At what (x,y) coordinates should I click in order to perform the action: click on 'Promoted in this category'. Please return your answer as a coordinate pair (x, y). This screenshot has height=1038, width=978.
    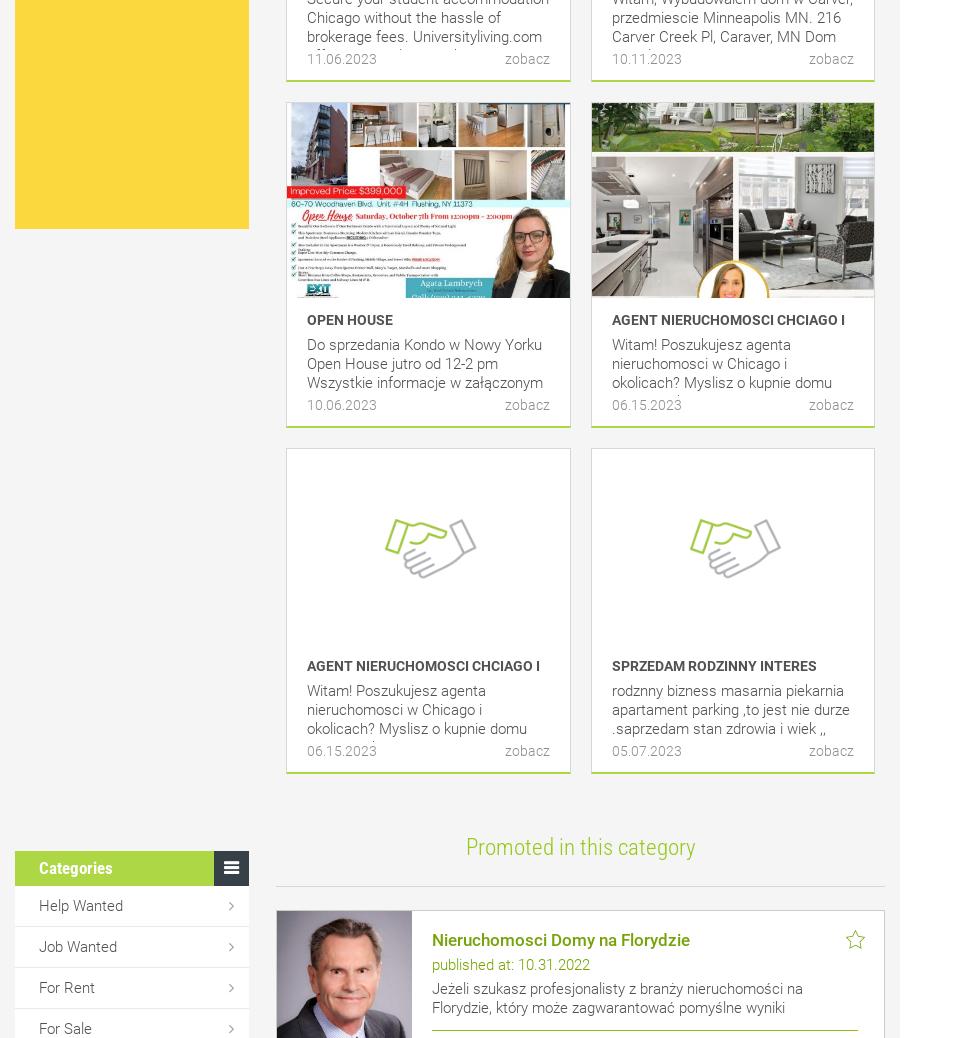
    Looking at the image, I should click on (464, 847).